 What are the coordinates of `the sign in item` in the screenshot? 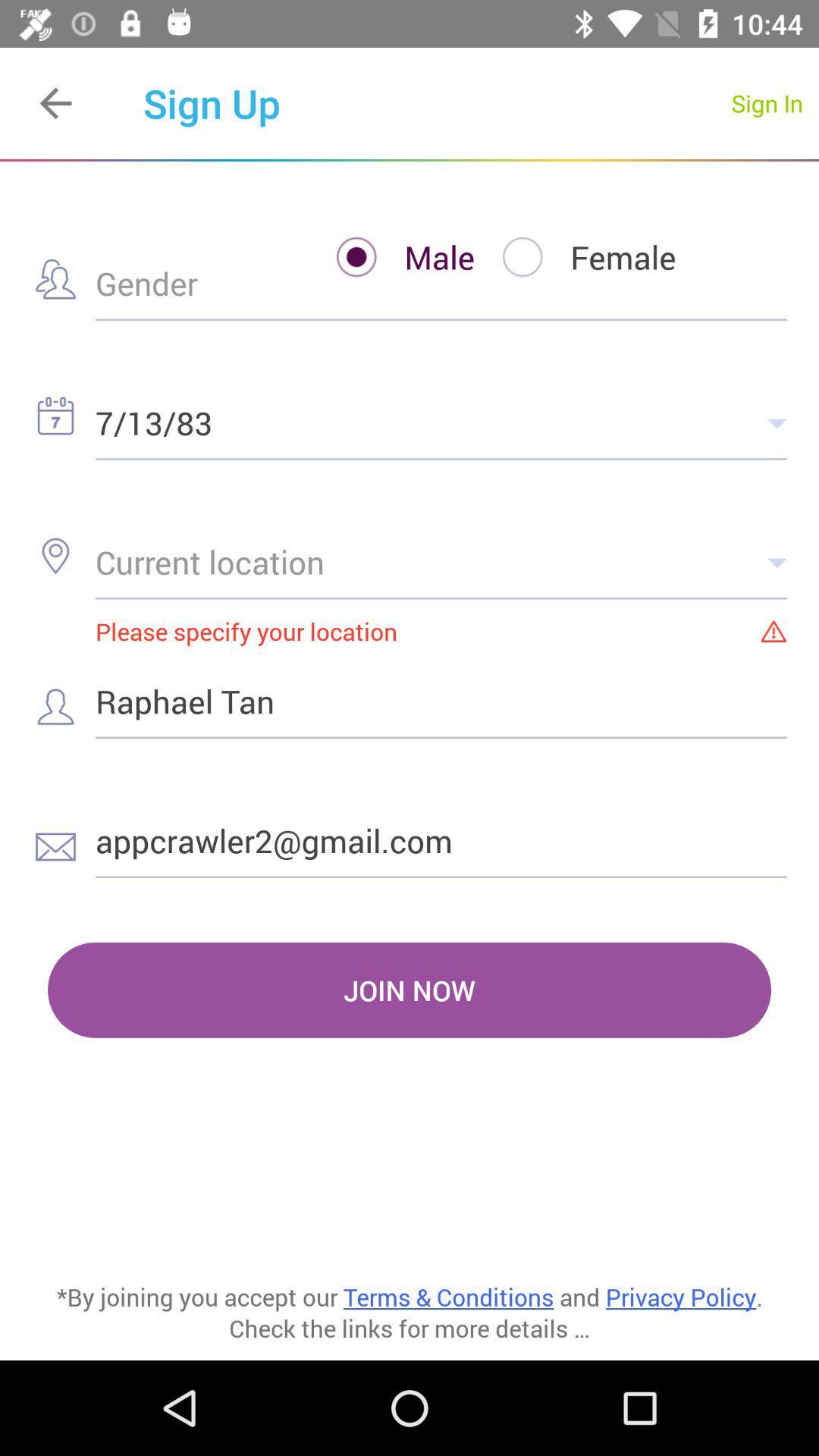 It's located at (767, 102).